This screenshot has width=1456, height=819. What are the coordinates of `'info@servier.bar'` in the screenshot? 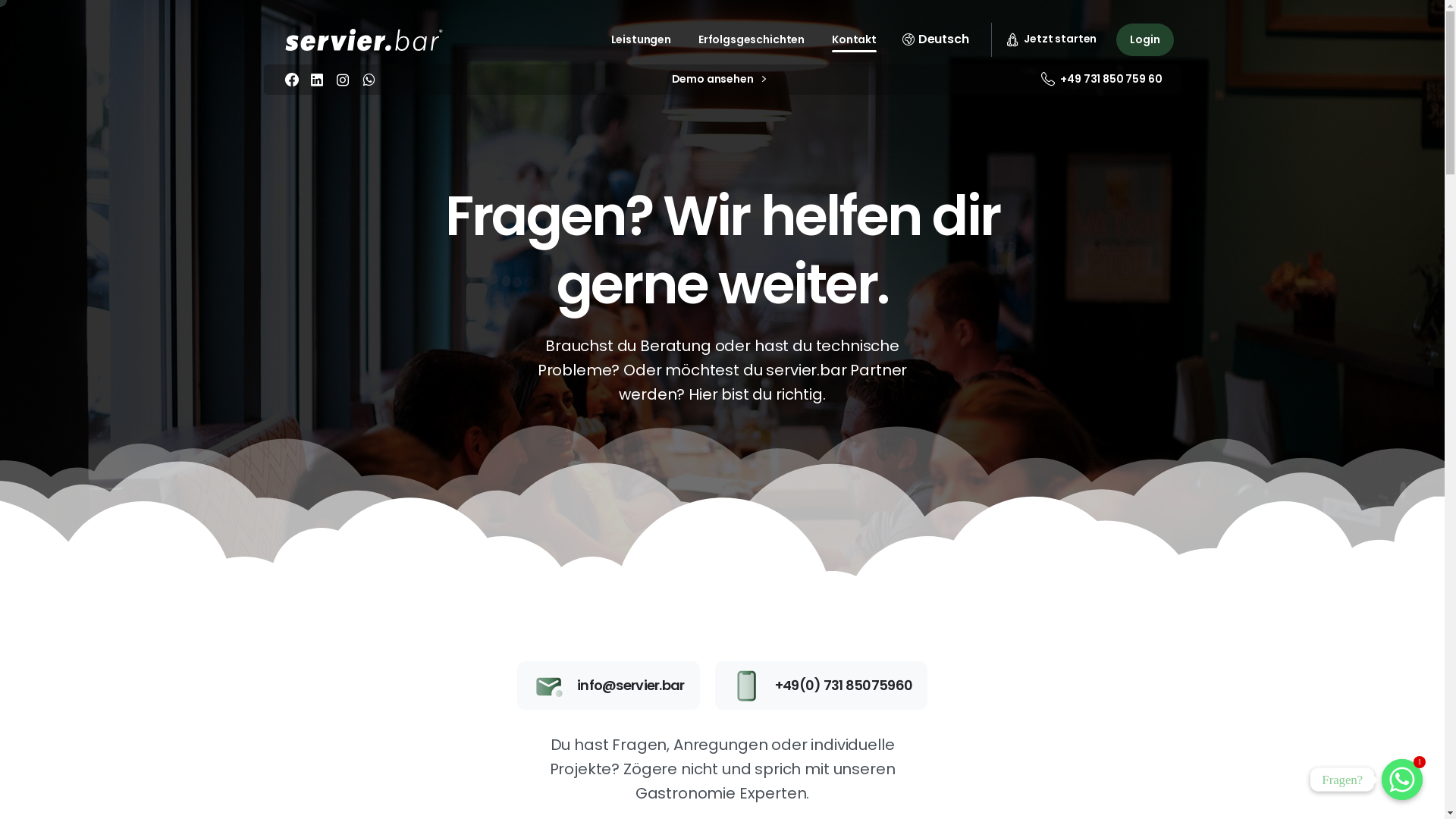 It's located at (608, 685).